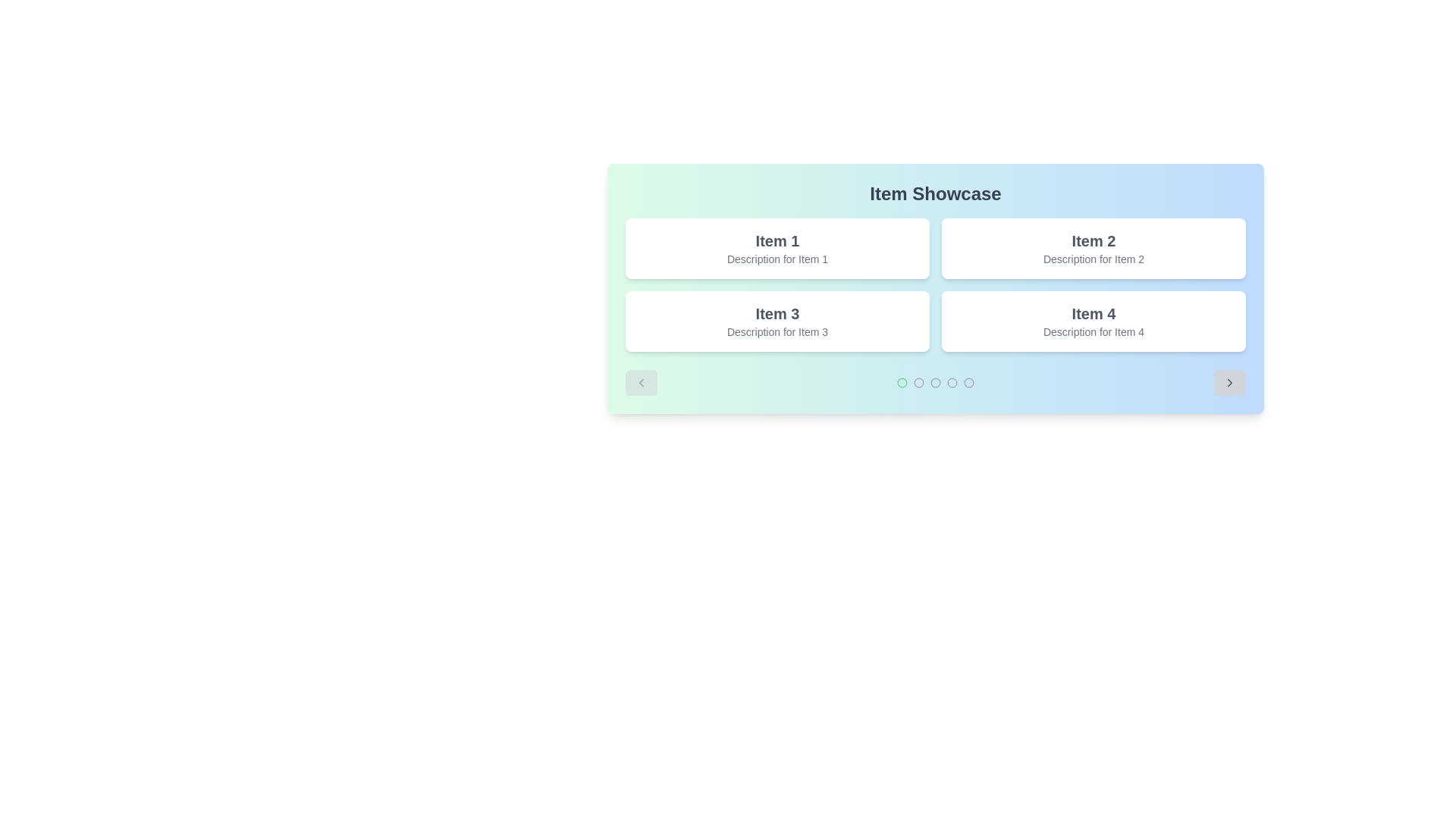 This screenshot has width=1456, height=819. I want to click on the circular icon with a green border that stands out among the gray circles below the 'Item Showcase' section, so click(902, 382).